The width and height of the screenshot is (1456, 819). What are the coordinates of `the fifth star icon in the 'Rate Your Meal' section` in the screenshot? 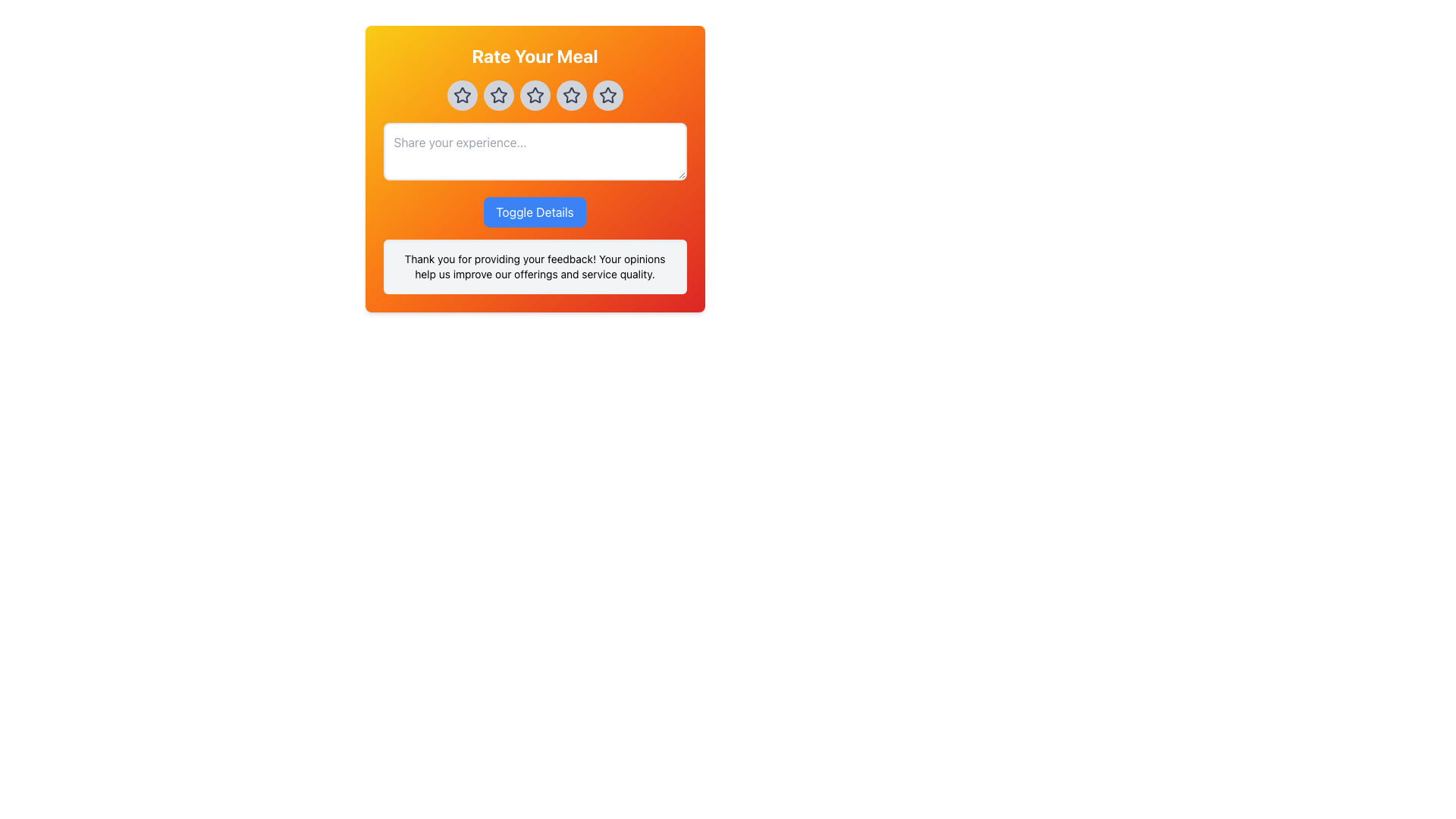 It's located at (607, 95).